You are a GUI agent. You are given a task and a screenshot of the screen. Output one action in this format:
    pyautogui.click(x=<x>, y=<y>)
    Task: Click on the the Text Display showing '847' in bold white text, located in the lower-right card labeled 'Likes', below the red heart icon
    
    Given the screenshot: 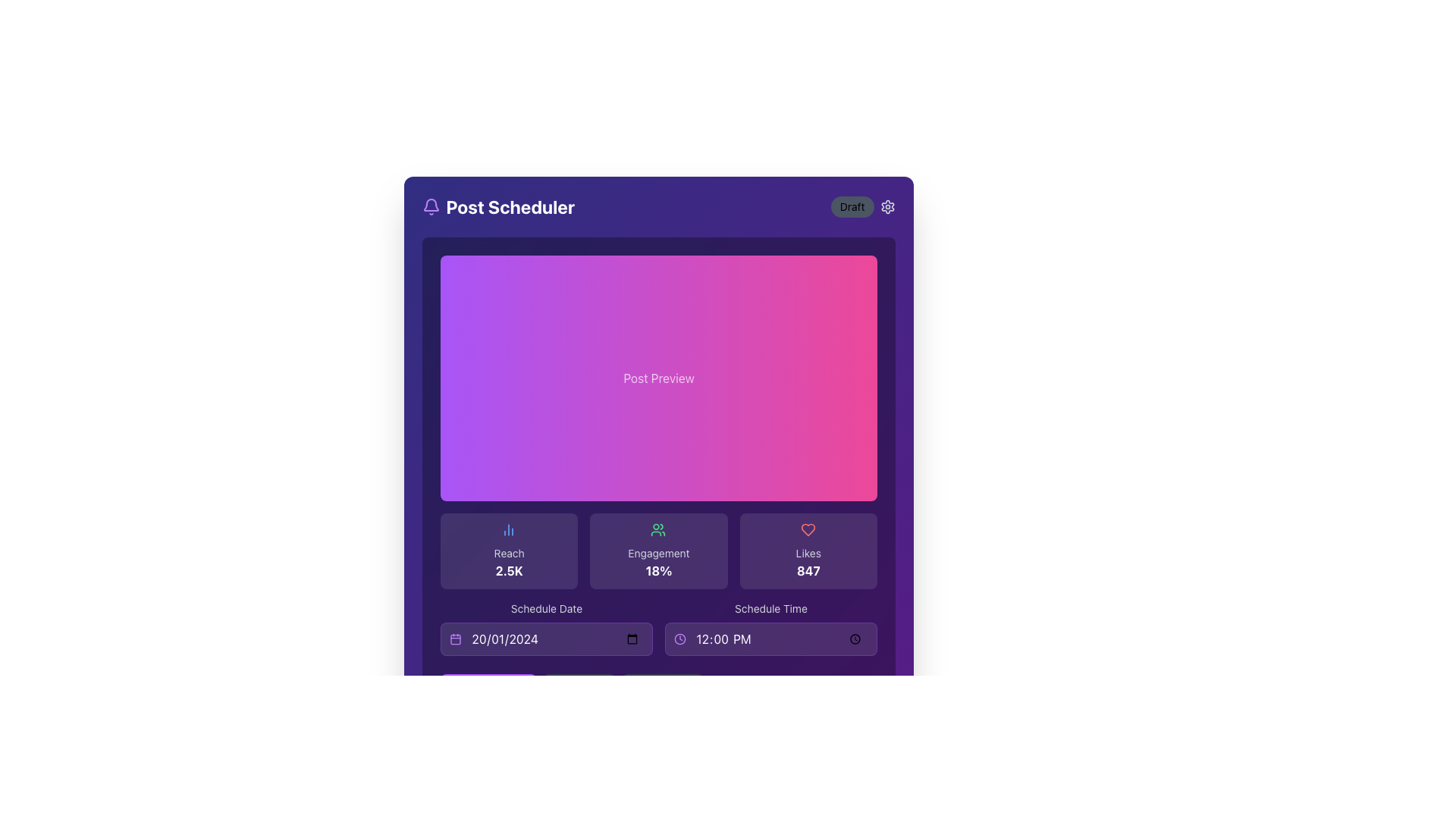 What is the action you would take?
    pyautogui.click(x=807, y=570)
    